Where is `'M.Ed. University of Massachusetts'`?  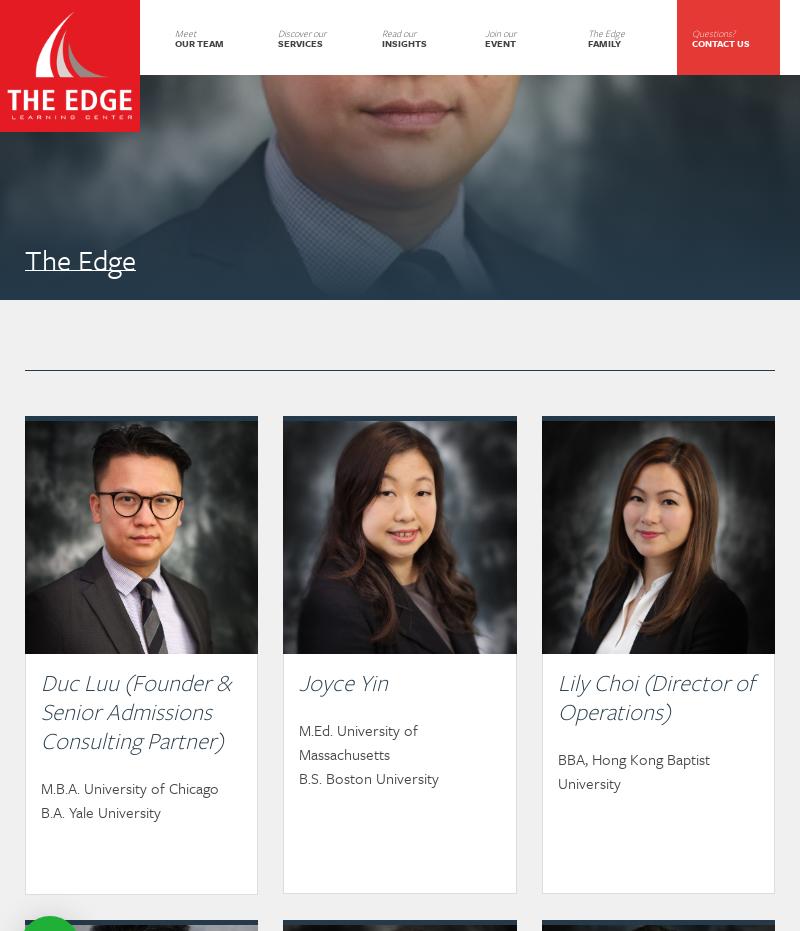
'M.Ed. University of Massachusetts' is located at coordinates (358, 742).